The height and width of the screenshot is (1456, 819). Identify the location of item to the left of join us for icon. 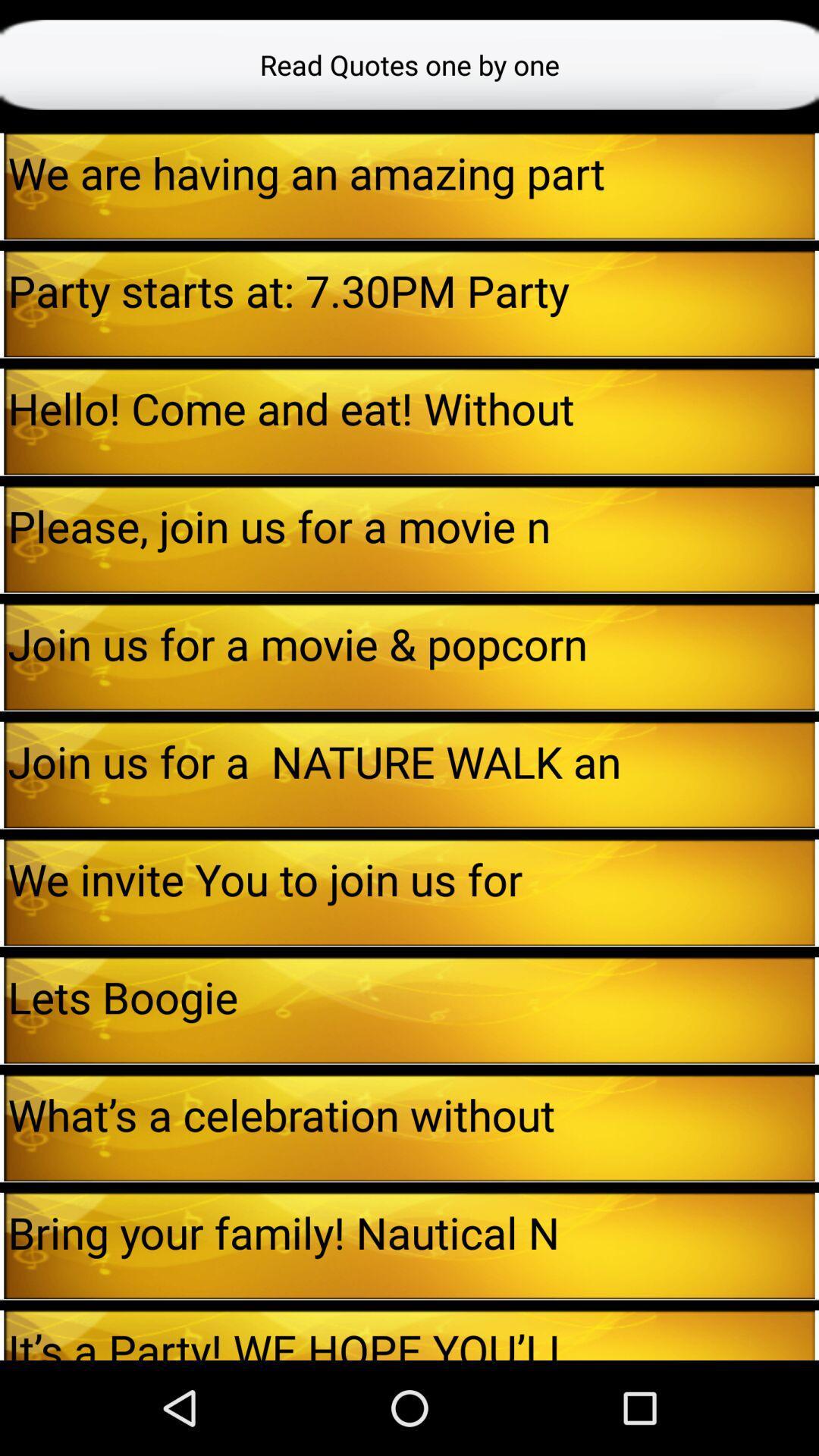
(2, 774).